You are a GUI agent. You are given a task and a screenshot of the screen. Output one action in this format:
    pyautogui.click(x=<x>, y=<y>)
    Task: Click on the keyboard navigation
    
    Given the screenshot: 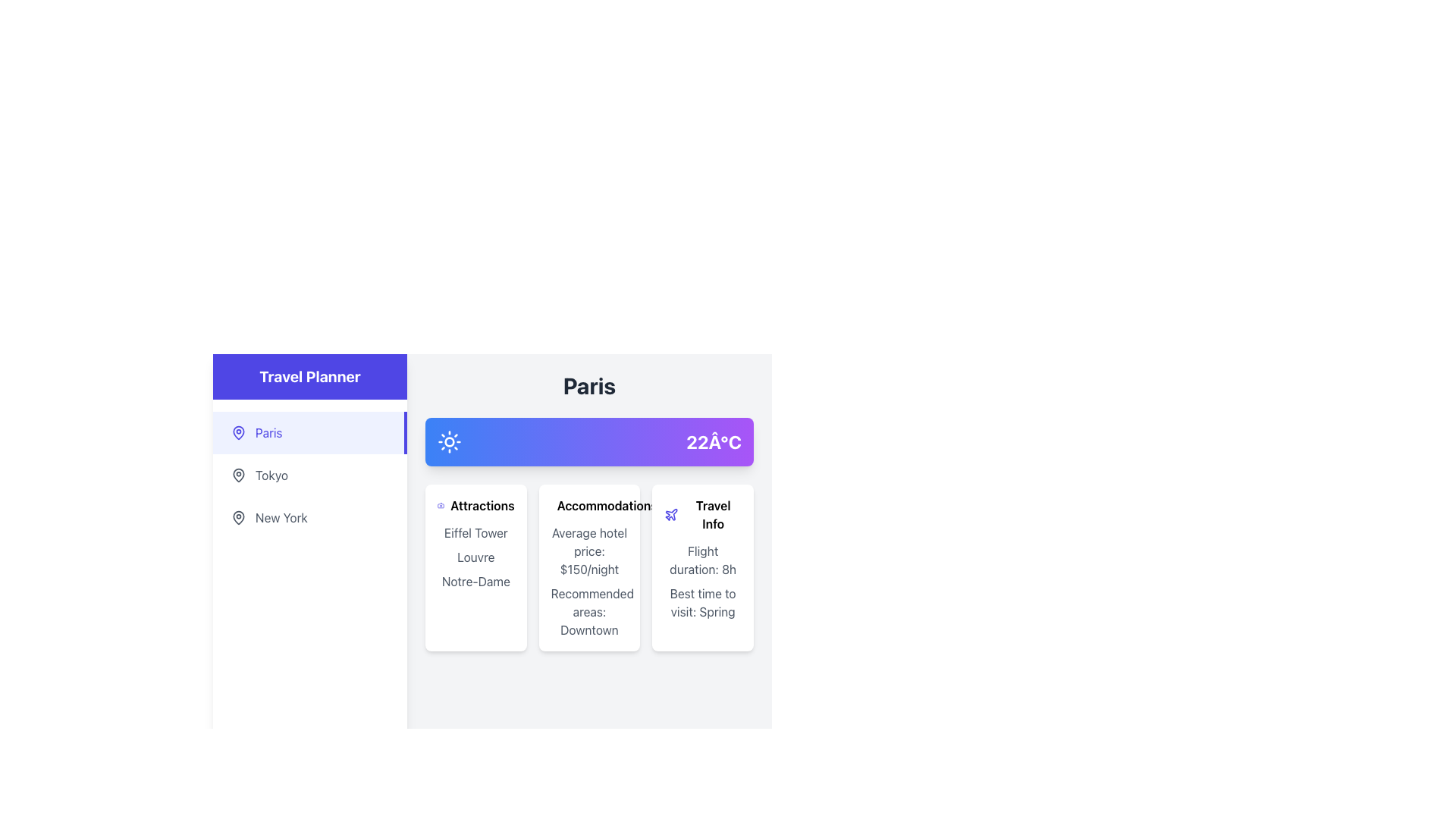 What is the action you would take?
    pyautogui.click(x=309, y=432)
    